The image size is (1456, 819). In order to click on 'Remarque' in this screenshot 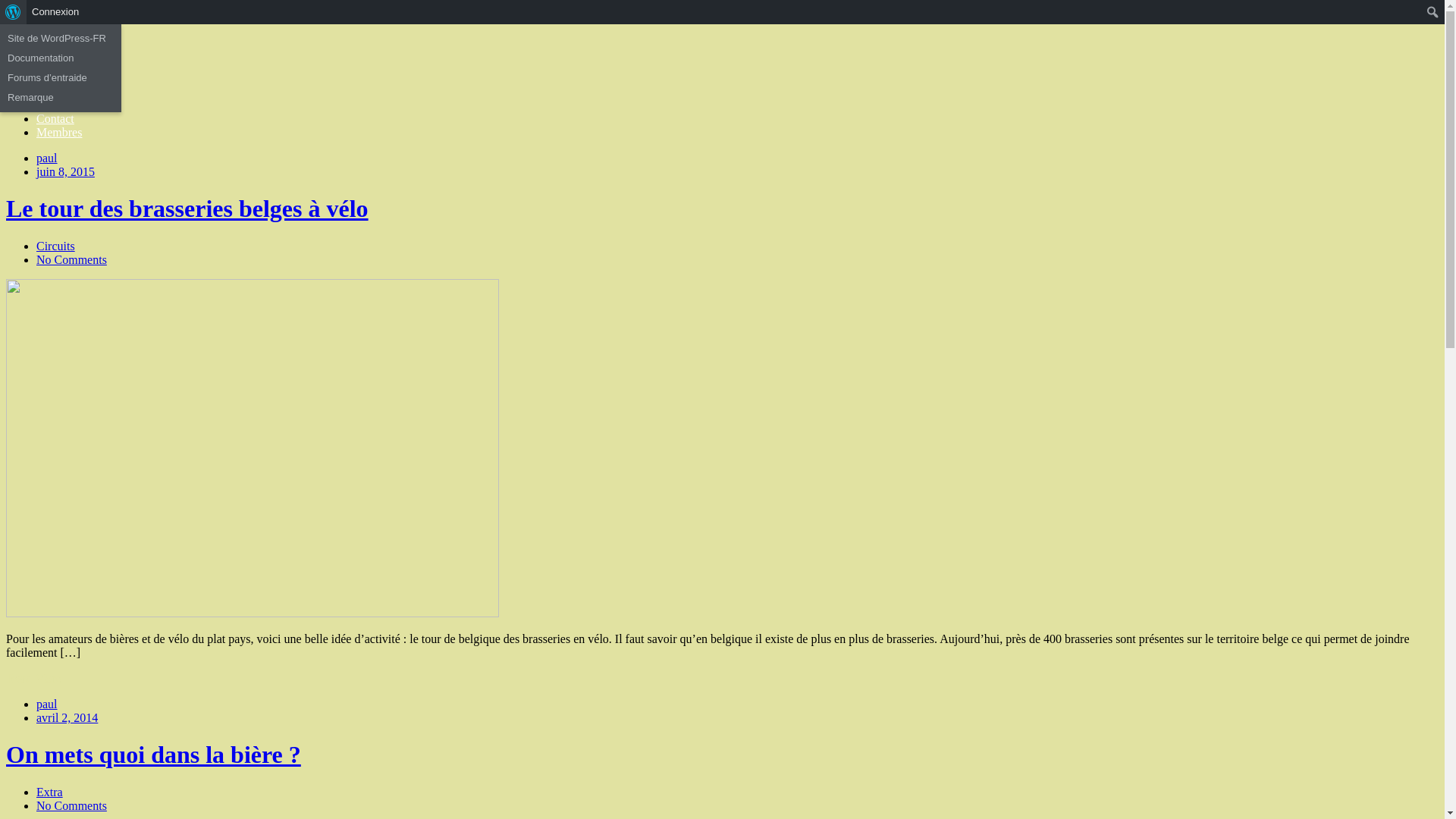, I will do `click(0, 97)`.